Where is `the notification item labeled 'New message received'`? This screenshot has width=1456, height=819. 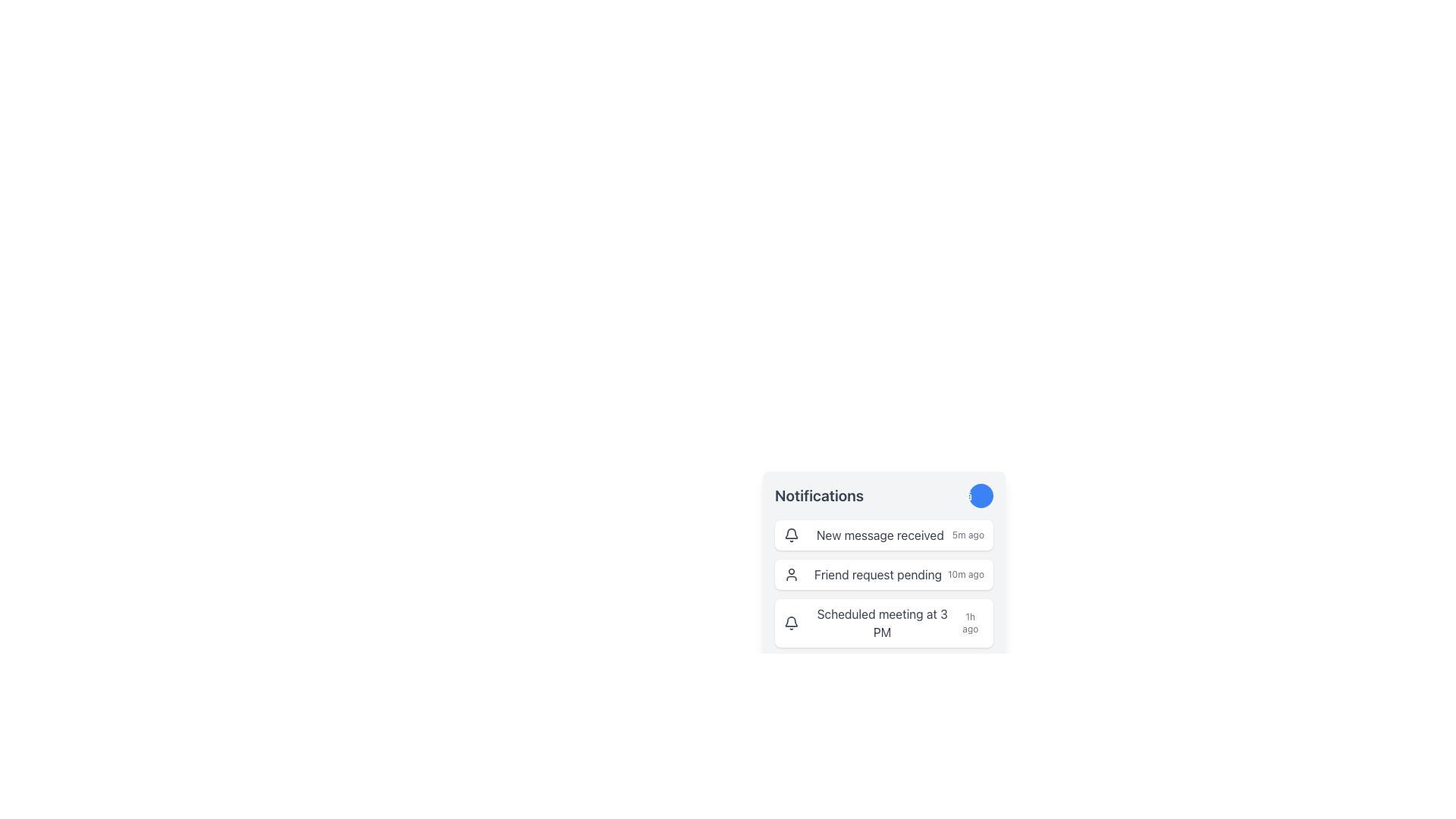 the notification item labeled 'New message received' is located at coordinates (884, 534).